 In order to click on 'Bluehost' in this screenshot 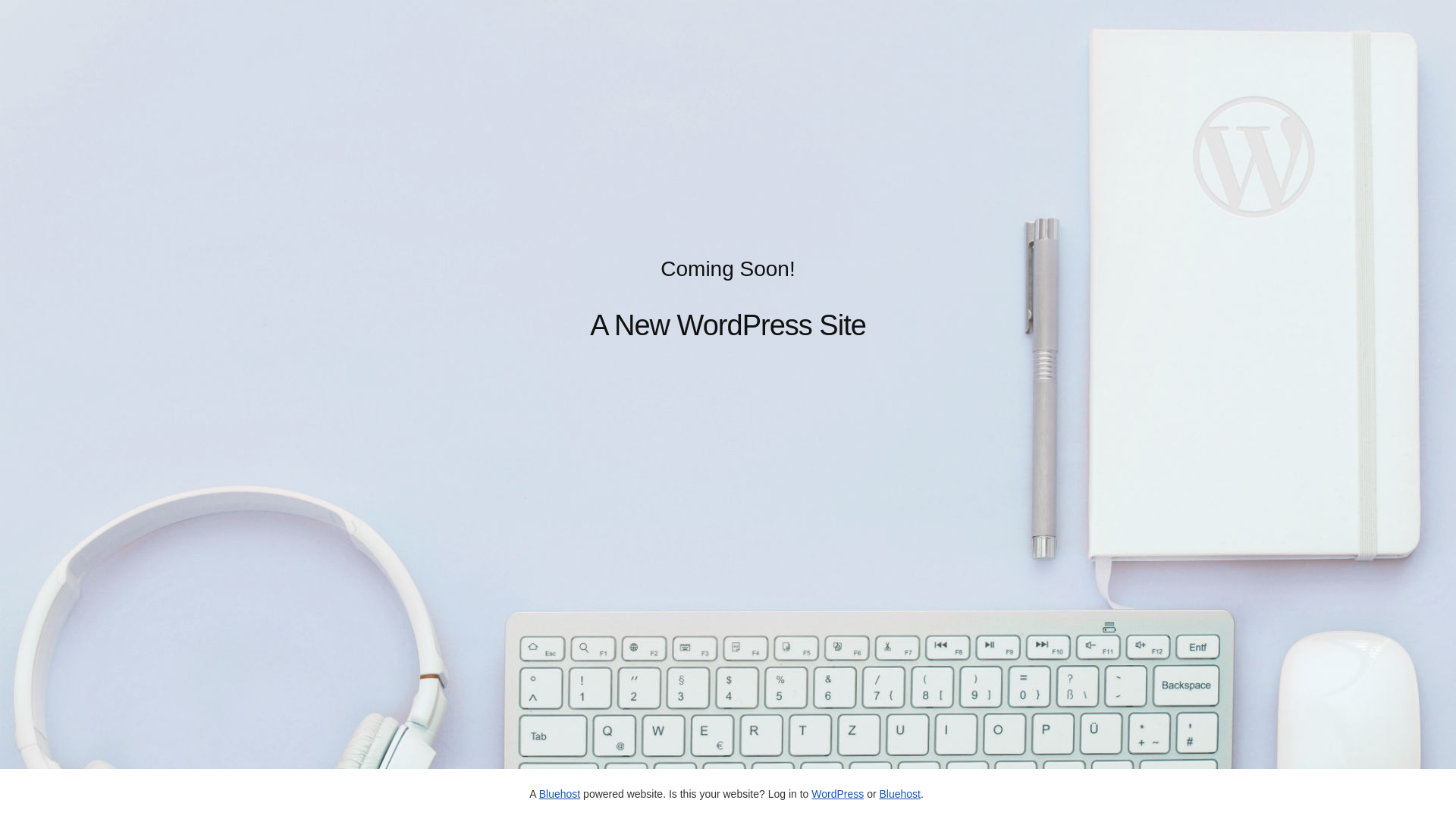, I will do `click(878, 792)`.